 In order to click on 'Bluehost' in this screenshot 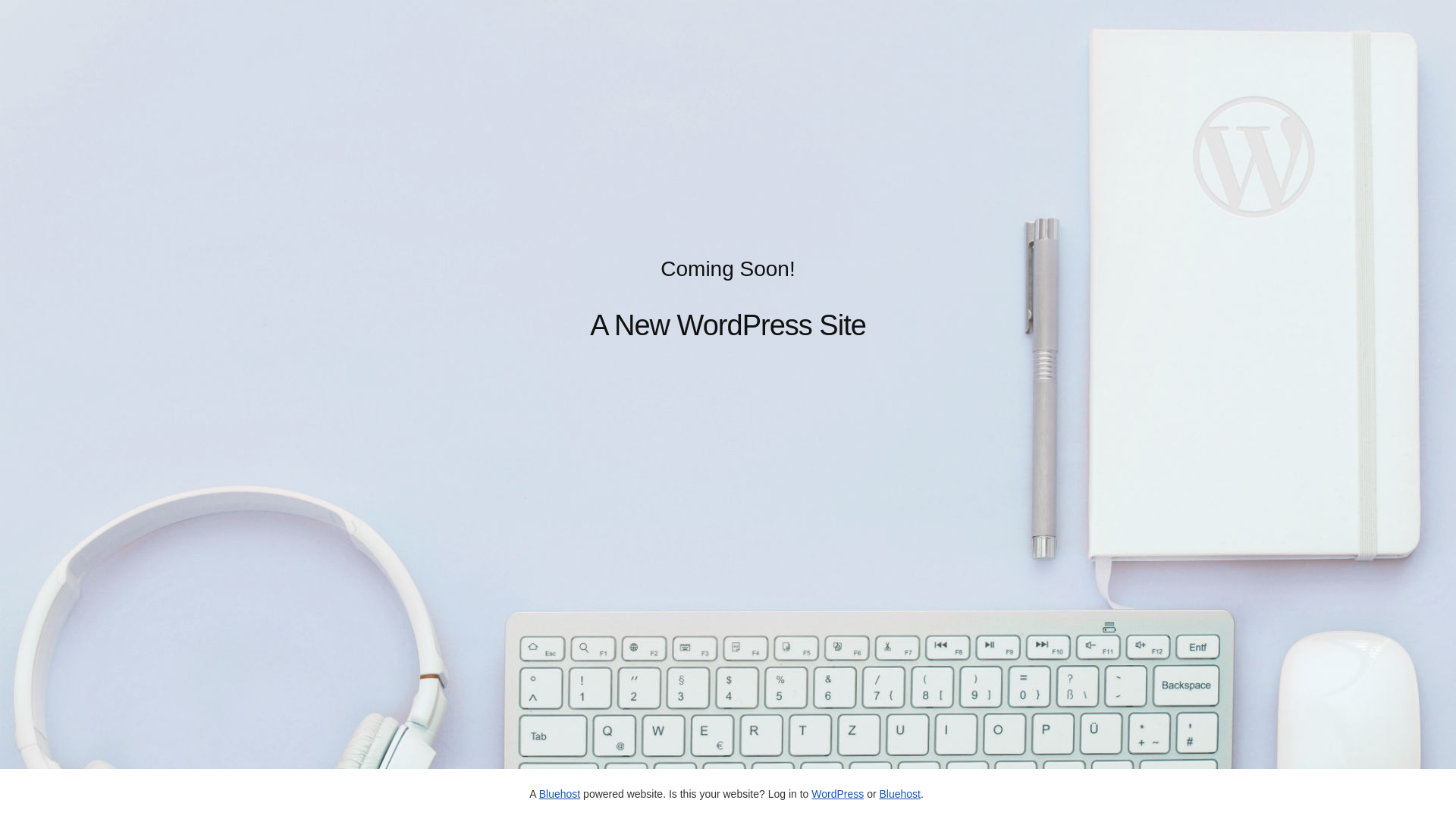, I will do `click(878, 792)`.